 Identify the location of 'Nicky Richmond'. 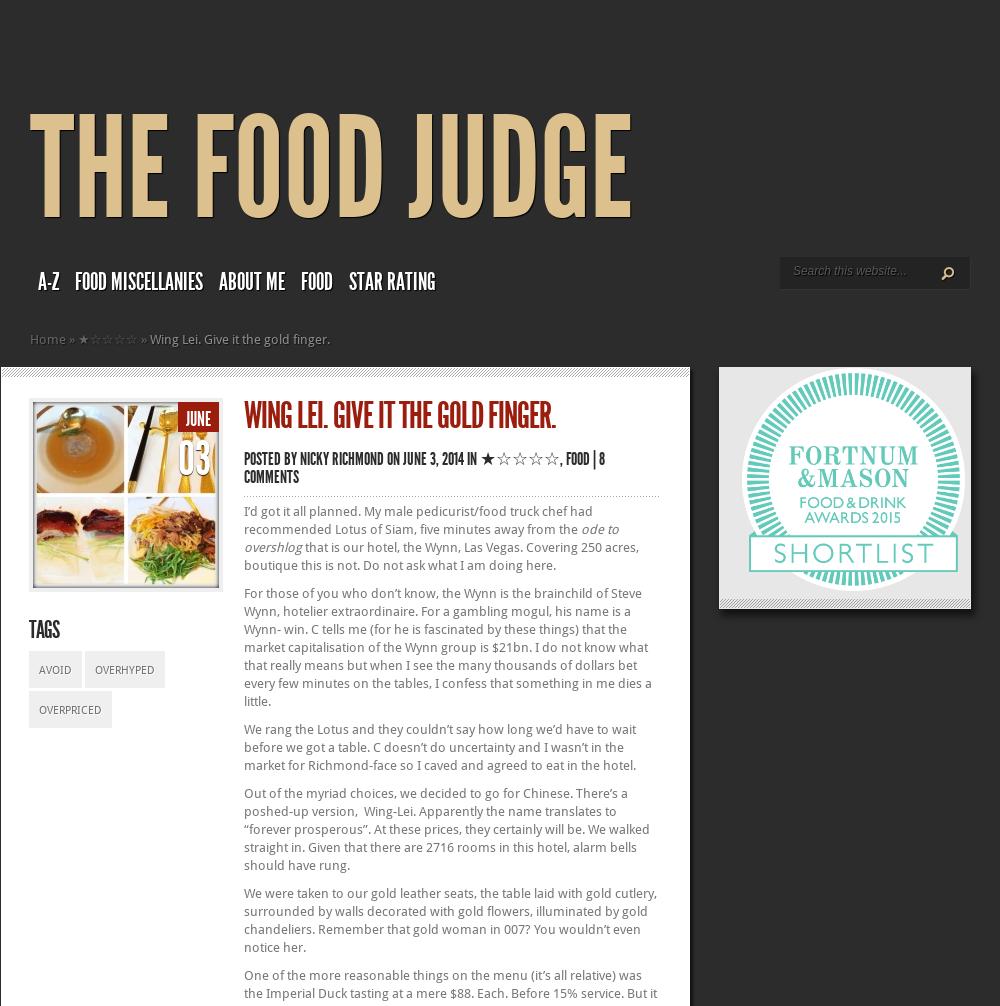
(300, 458).